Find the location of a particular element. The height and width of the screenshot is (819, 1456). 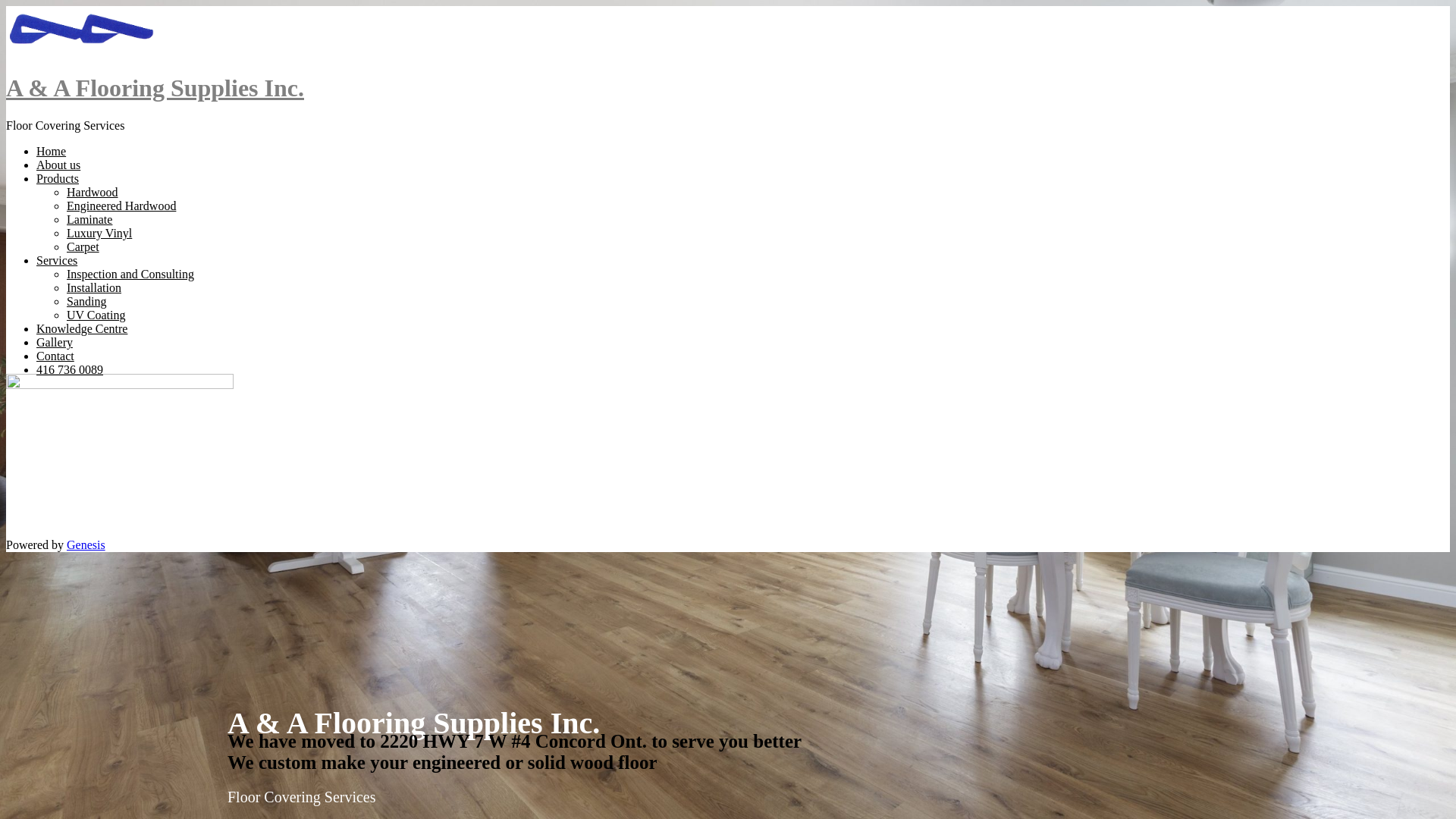

'Carpet' is located at coordinates (82, 246).